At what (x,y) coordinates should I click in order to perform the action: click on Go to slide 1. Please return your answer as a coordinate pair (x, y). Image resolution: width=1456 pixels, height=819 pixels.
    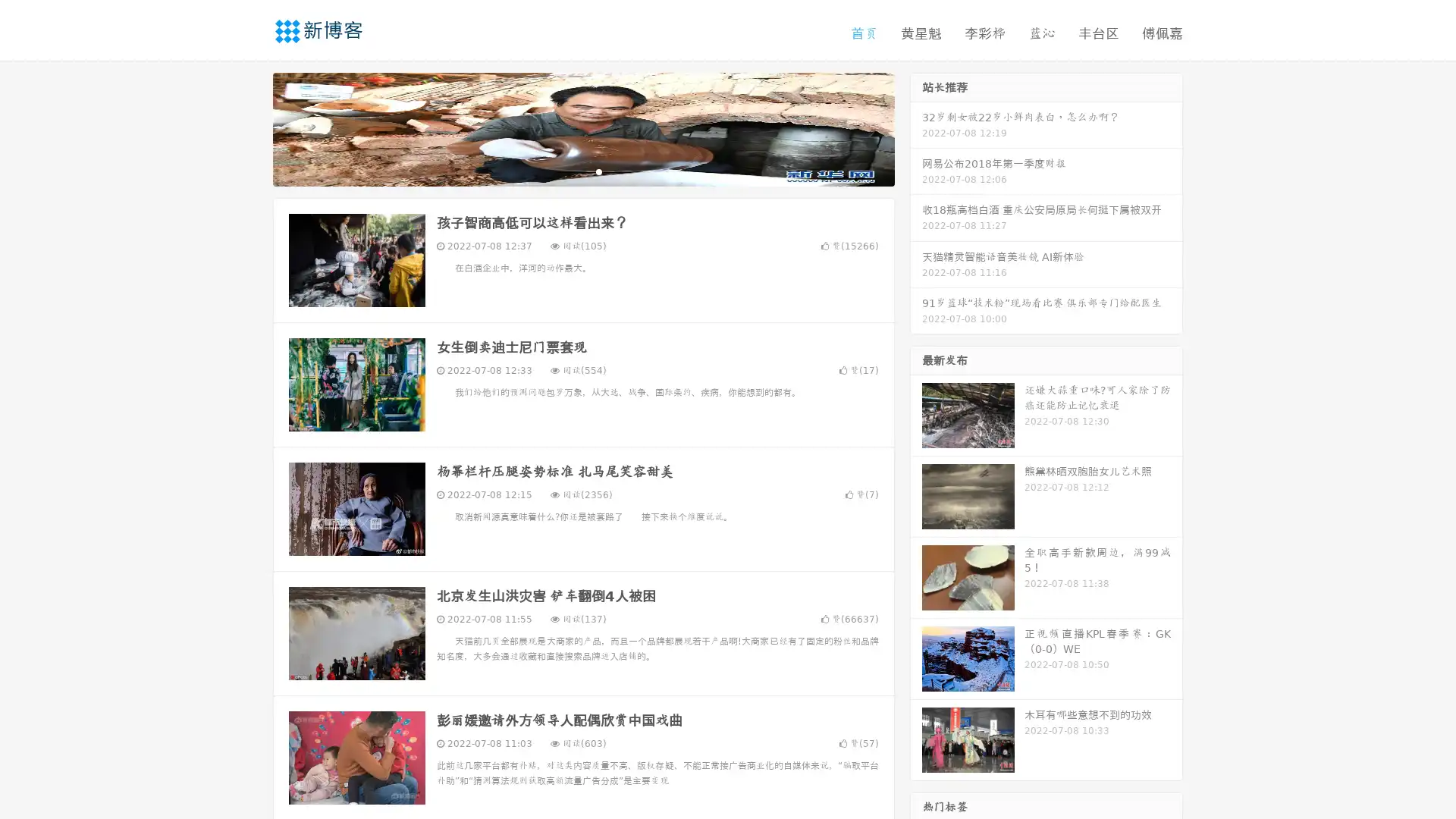
    Looking at the image, I should click on (567, 171).